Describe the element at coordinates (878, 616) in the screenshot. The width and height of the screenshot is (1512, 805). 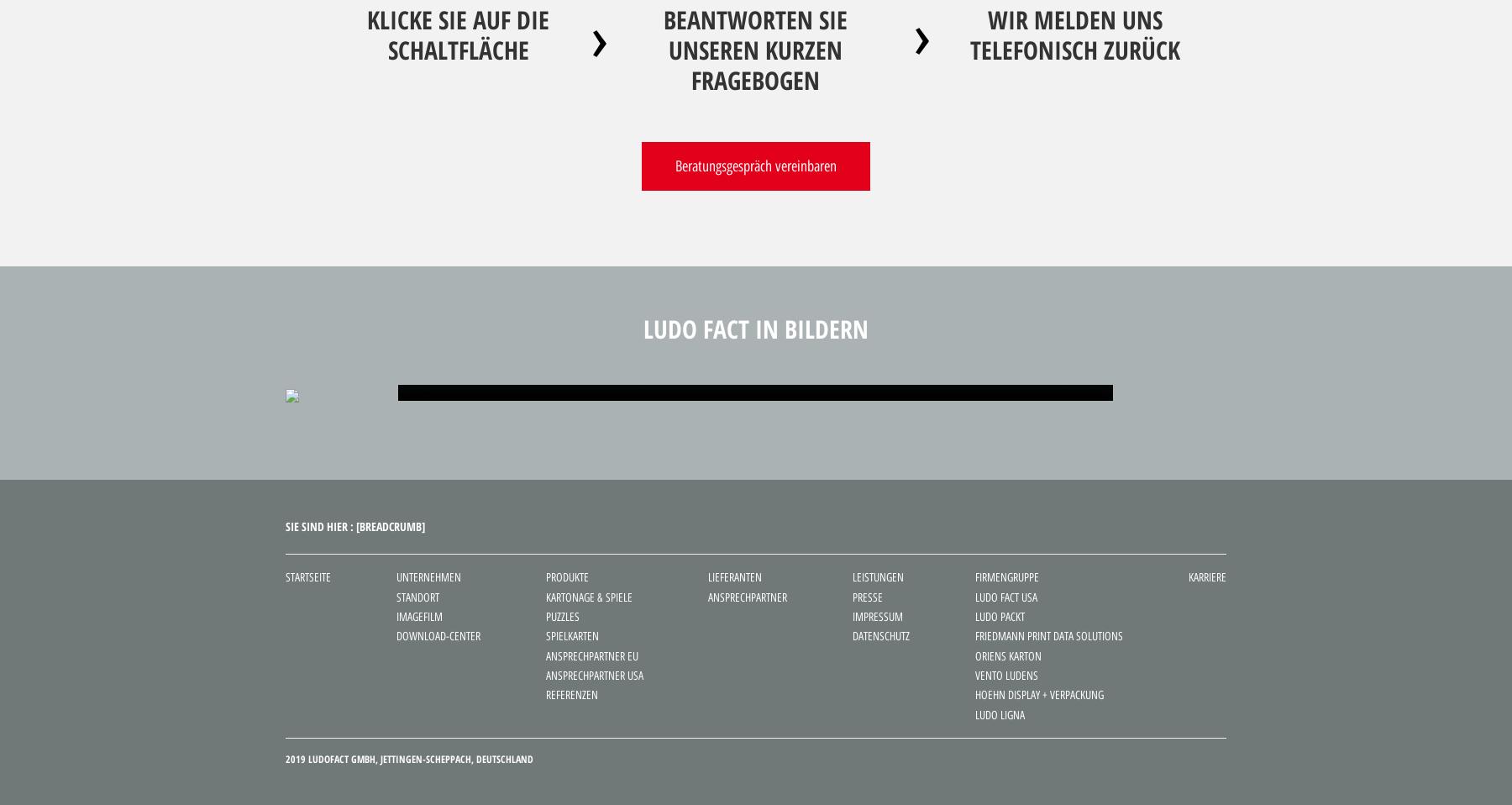
I see `'Impressum'` at that location.